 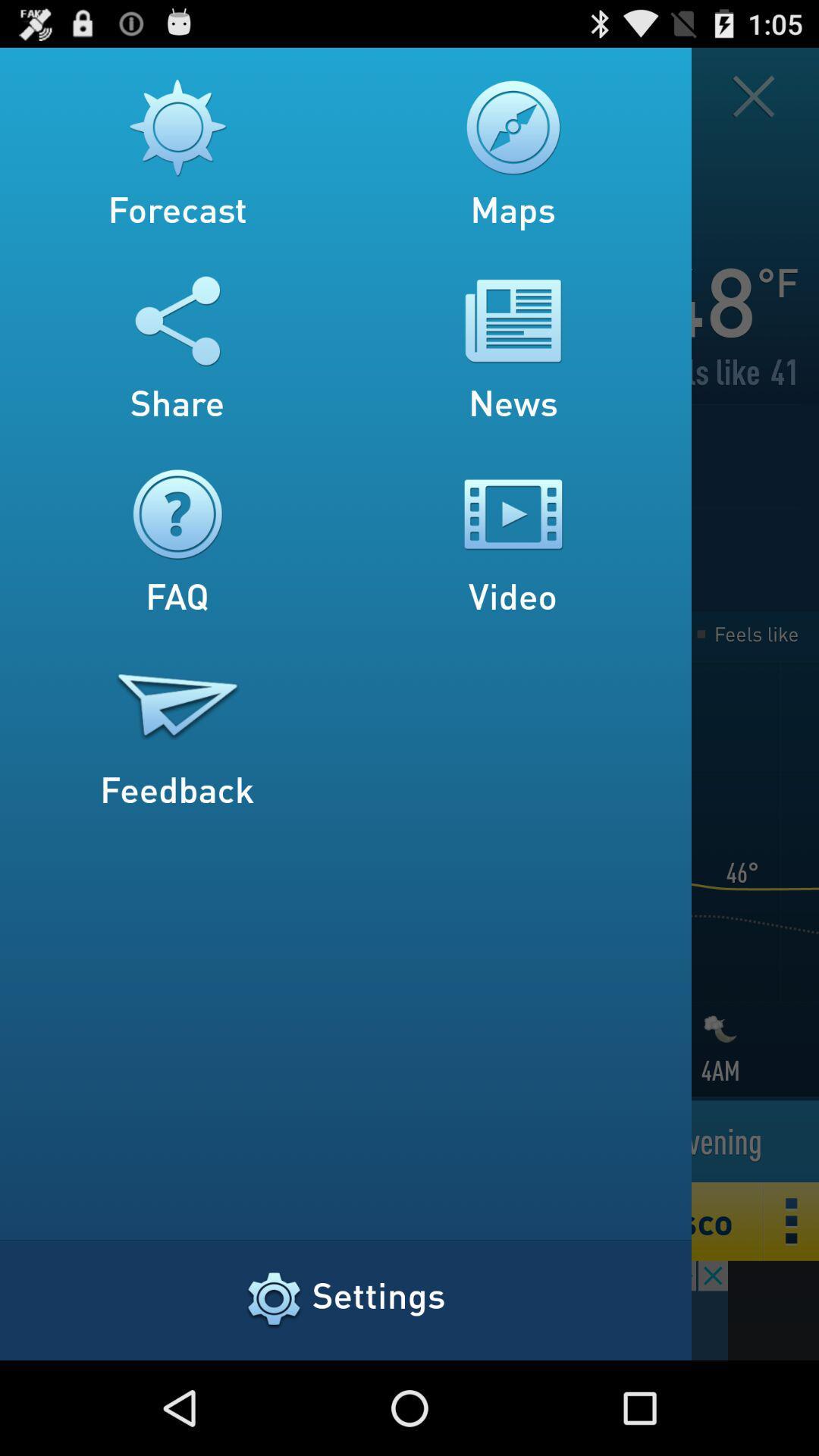 What do you see at coordinates (791, 1307) in the screenshot?
I see `the more icon` at bounding box center [791, 1307].